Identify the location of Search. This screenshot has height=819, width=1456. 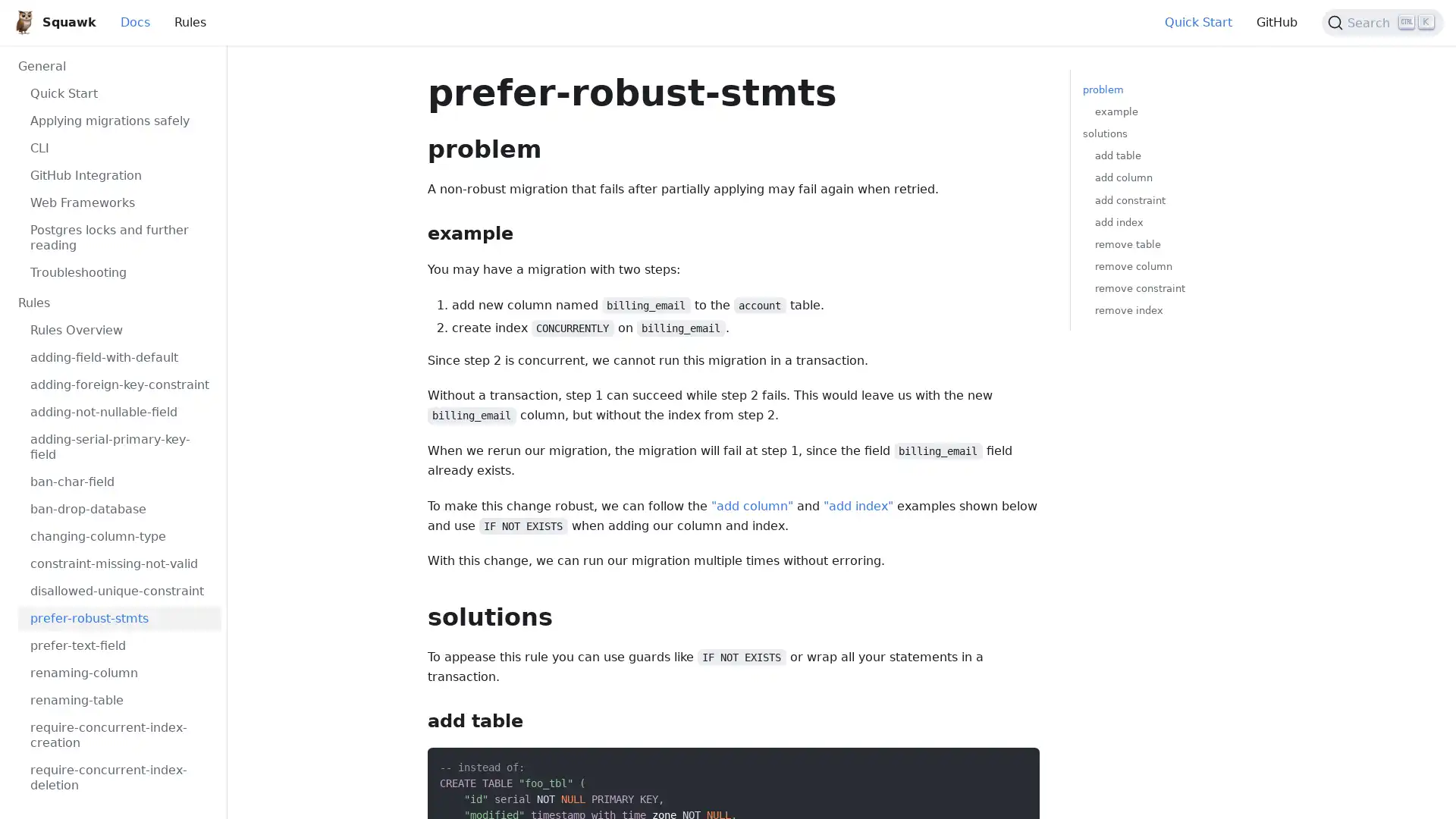
(1382, 23).